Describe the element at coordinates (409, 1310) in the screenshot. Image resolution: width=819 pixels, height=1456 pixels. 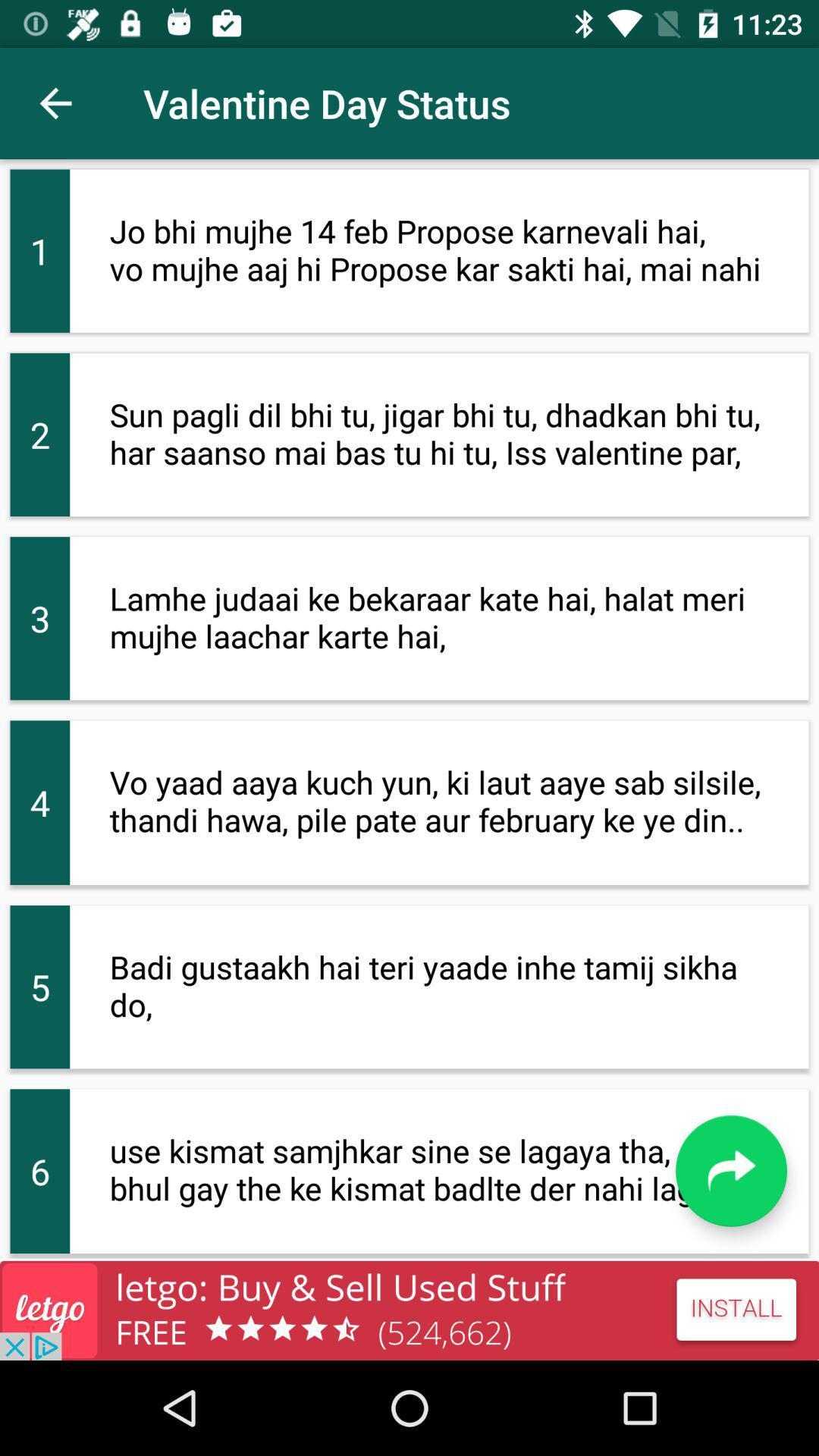
I see `advertisement page` at that location.